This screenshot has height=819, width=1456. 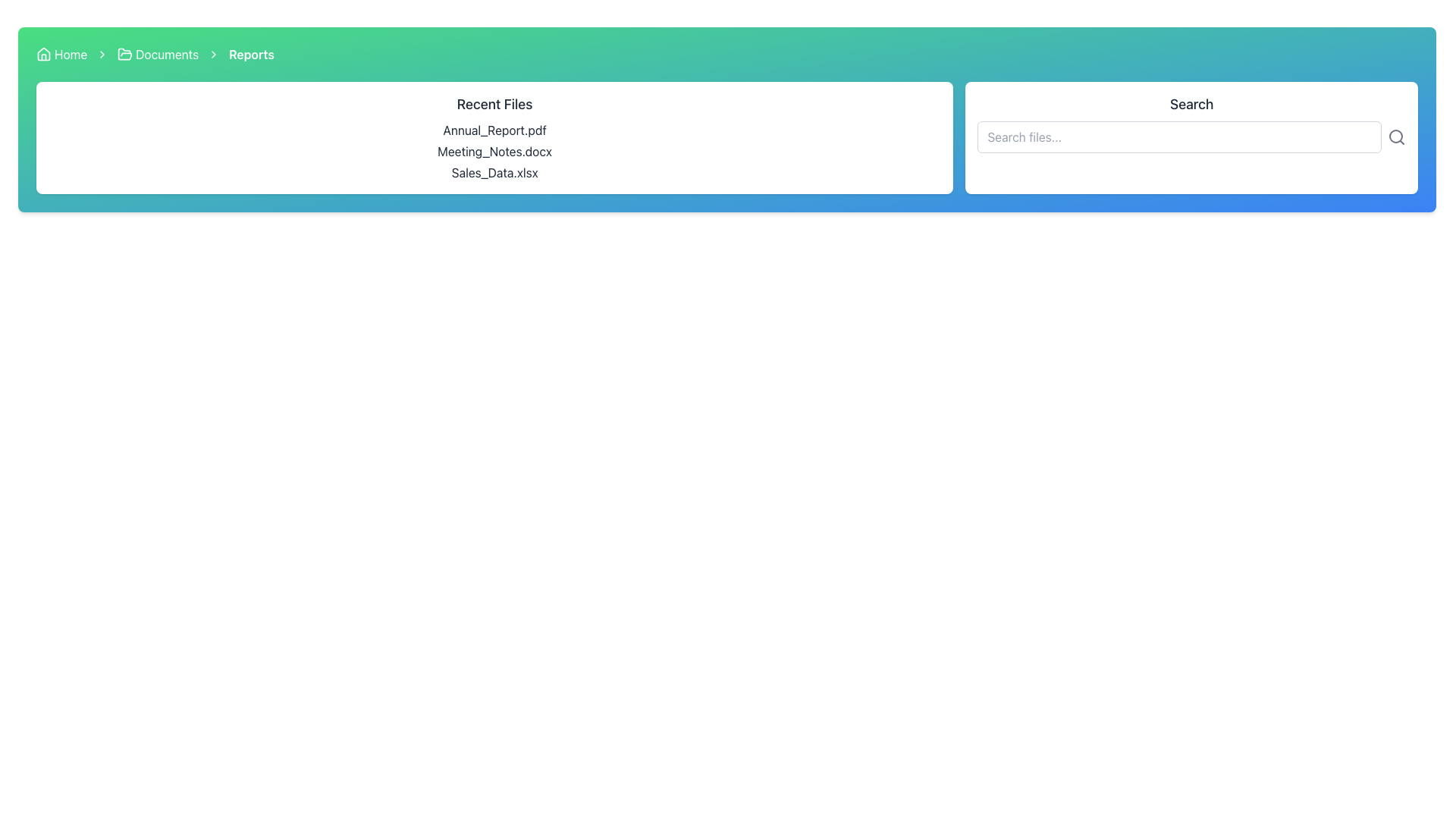 I want to click on the 'Home' SVG Icon located at the top-left section of the interface, which represents navigation to the homepage, so click(x=43, y=54).